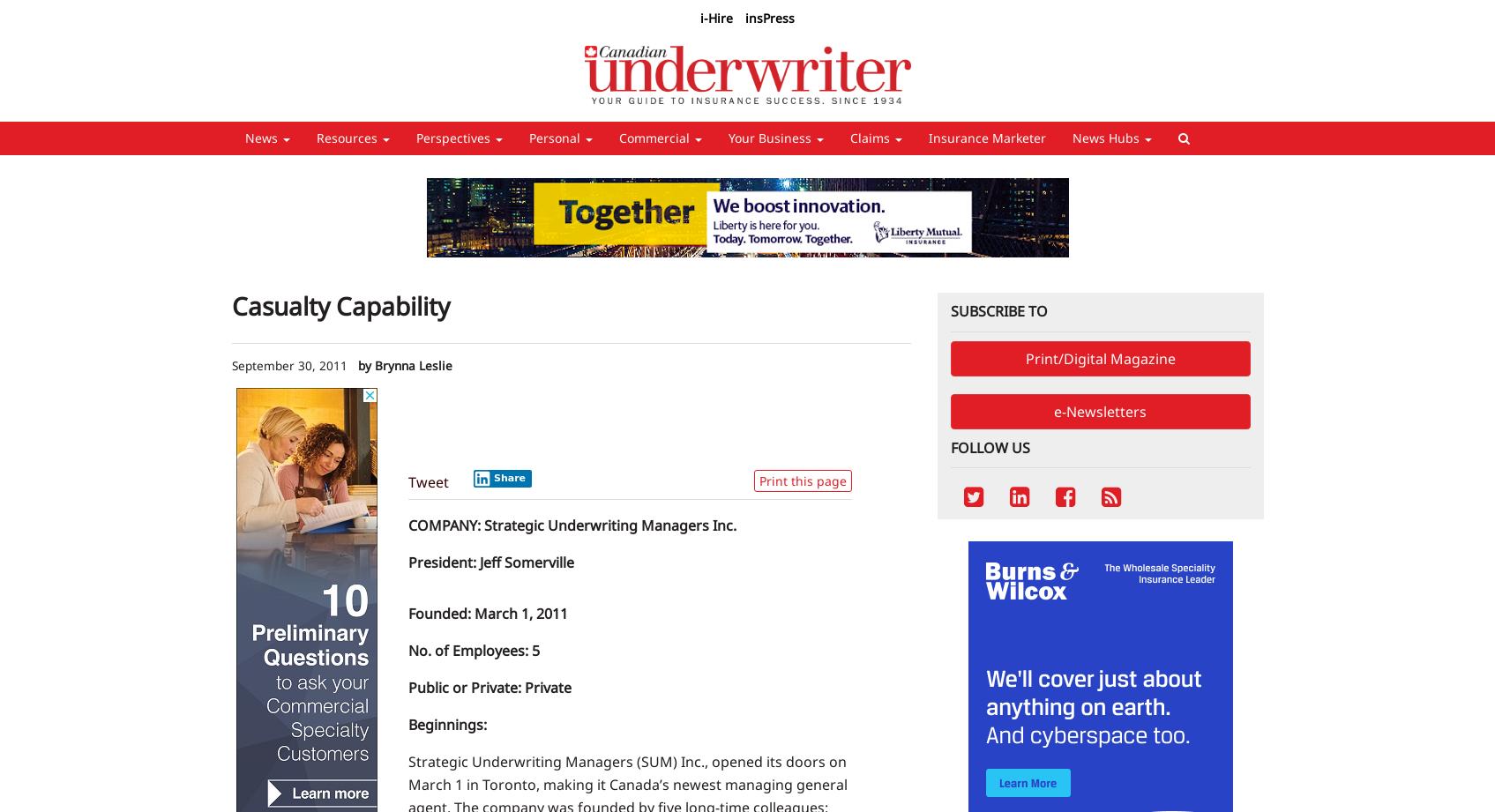  I want to click on 'Claims', so click(870, 137).